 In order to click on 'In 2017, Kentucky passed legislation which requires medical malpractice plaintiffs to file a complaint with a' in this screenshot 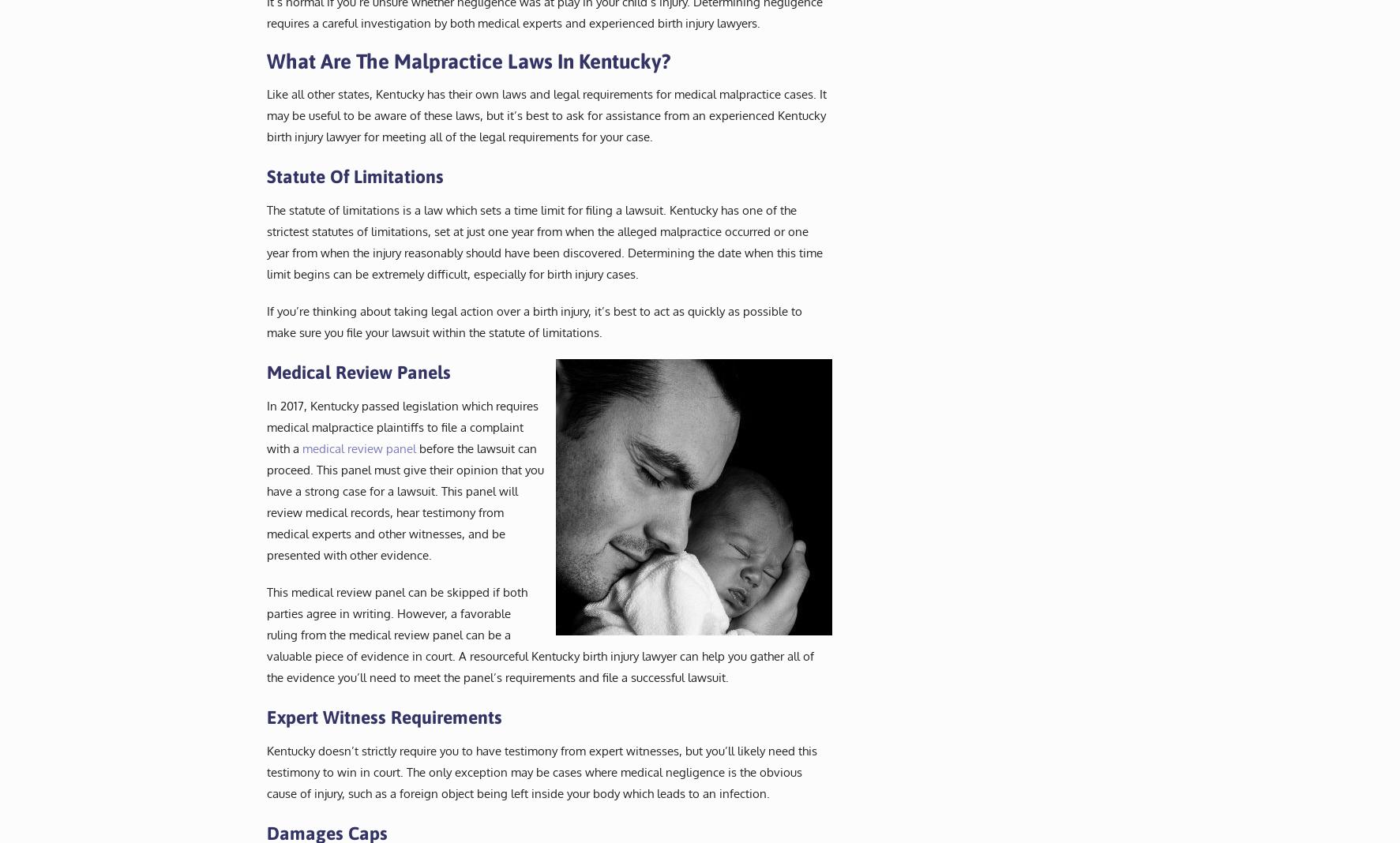, I will do `click(266, 425)`.